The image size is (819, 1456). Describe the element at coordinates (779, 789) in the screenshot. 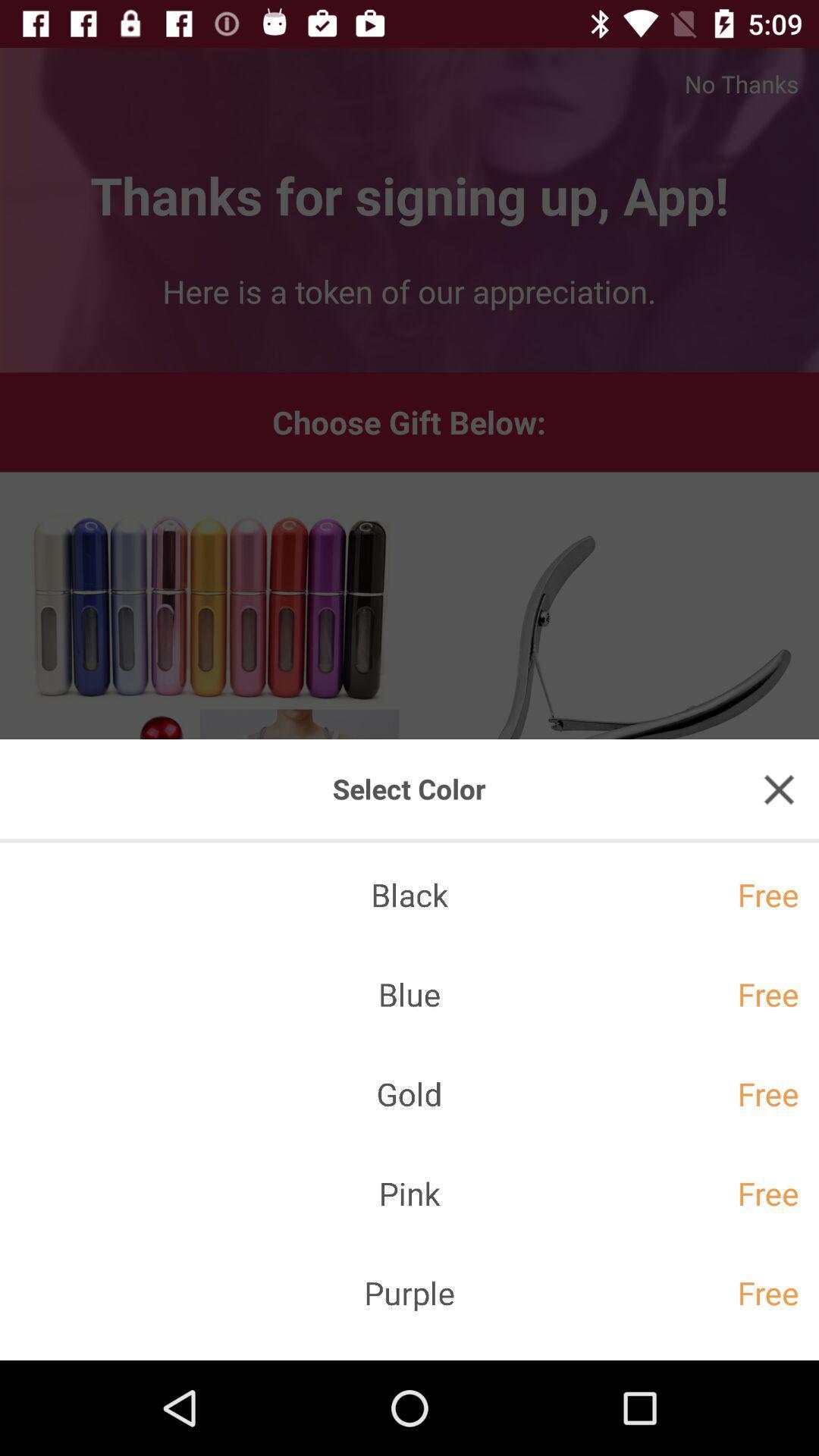

I see `menu` at that location.